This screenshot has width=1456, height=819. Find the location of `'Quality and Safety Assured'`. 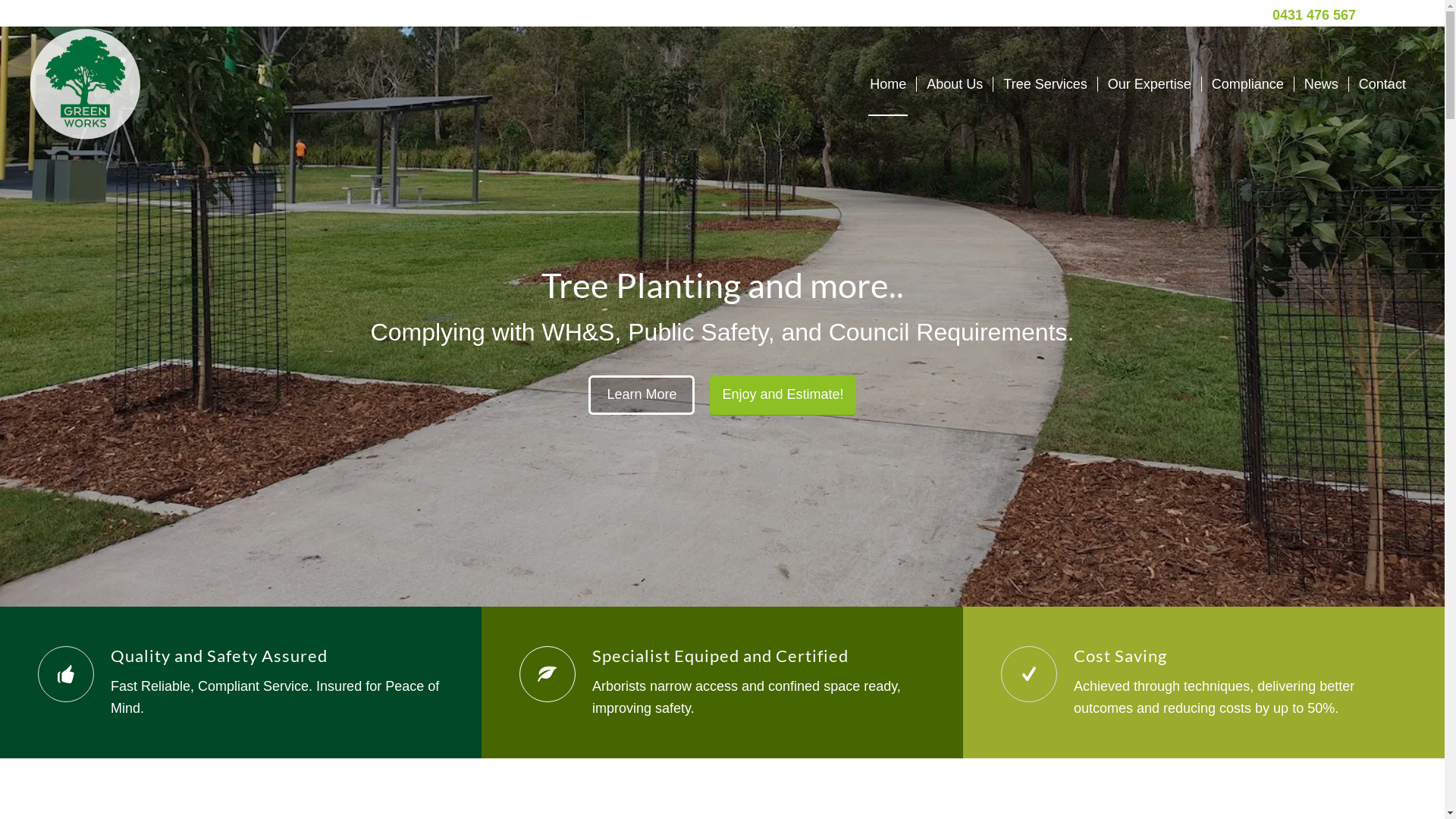

'Quality and Safety Assured' is located at coordinates (218, 654).